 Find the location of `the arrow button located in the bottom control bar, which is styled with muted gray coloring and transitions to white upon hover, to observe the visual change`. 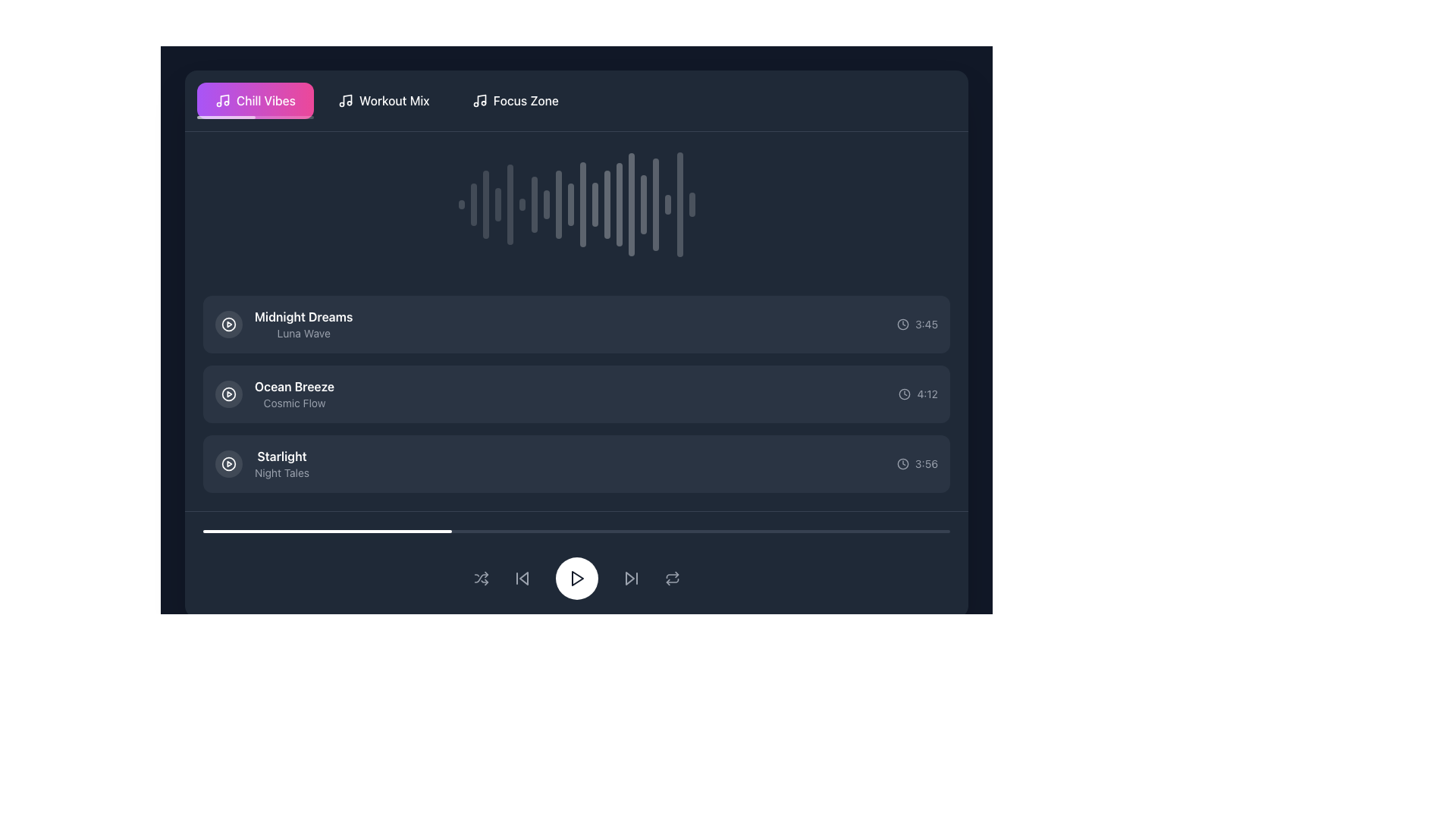

the arrow button located in the bottom control bar, which is styled with muted gray coloring and transitions to white upon hover, to observe the visual change is located at coordinates (631, 579).